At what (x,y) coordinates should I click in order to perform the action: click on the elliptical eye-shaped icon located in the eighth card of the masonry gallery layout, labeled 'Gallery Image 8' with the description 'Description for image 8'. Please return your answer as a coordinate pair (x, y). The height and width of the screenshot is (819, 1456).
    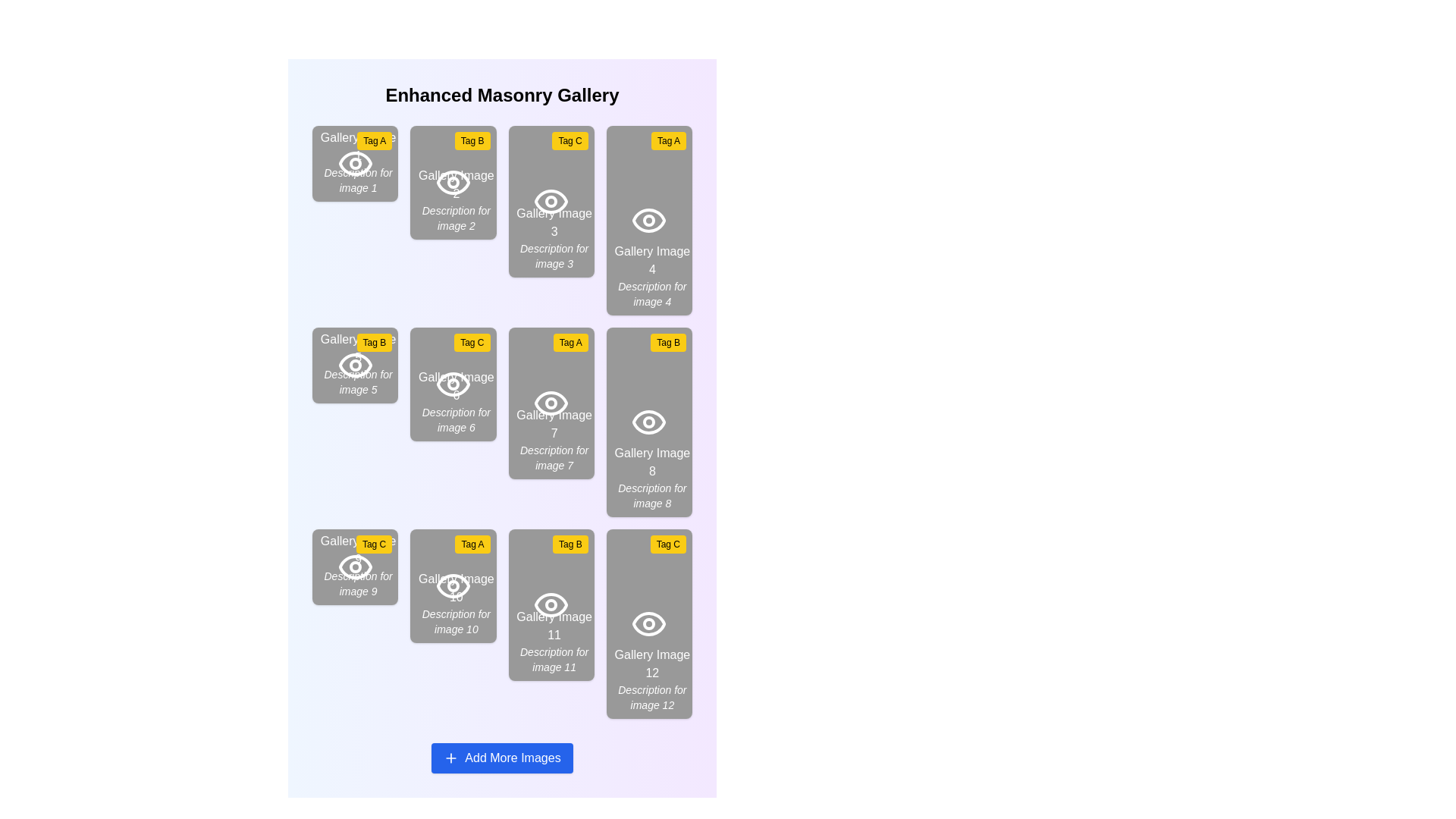
    Looking at the image, I should click on (649, 422).